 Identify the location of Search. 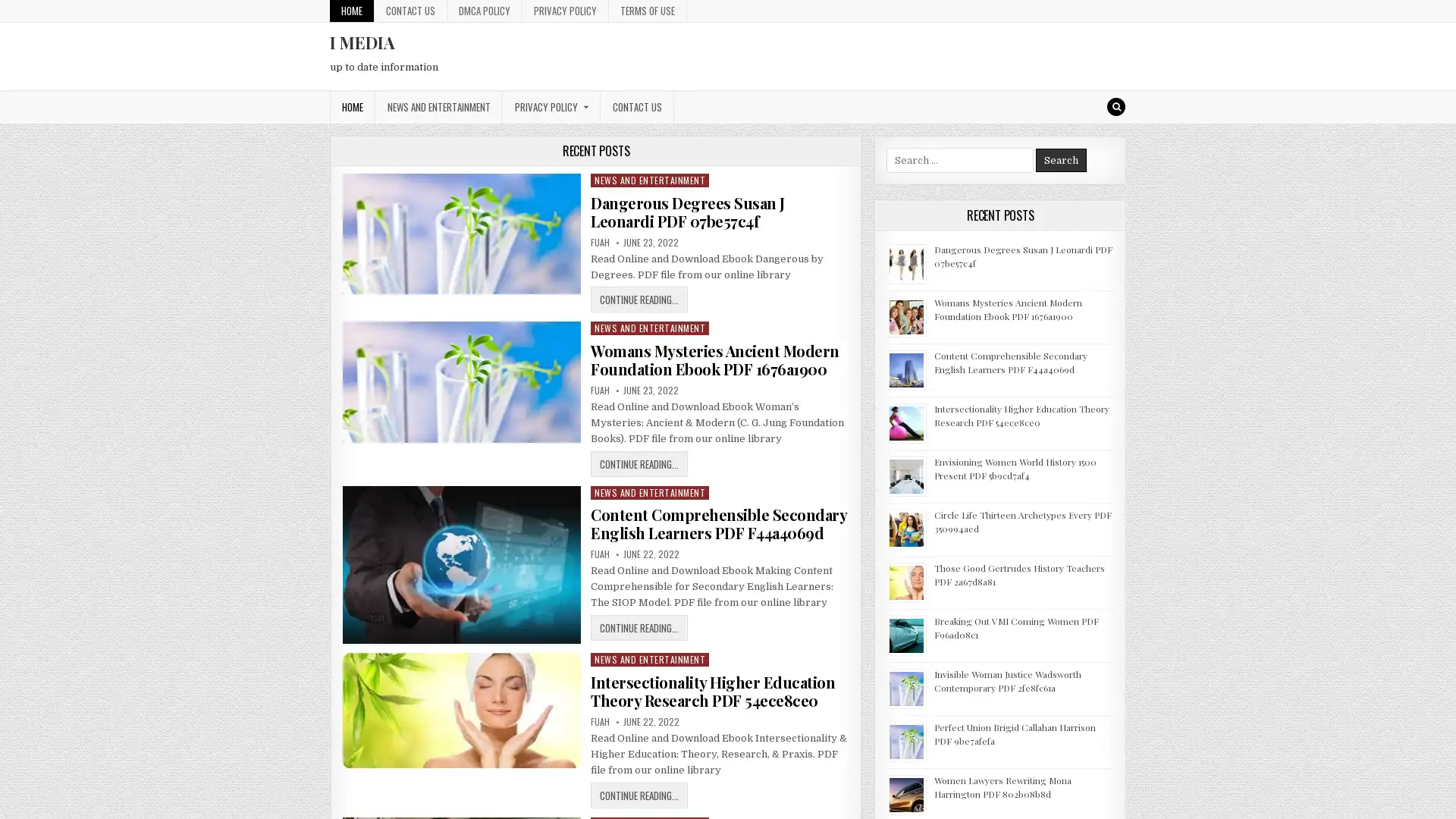
(1060, 160).